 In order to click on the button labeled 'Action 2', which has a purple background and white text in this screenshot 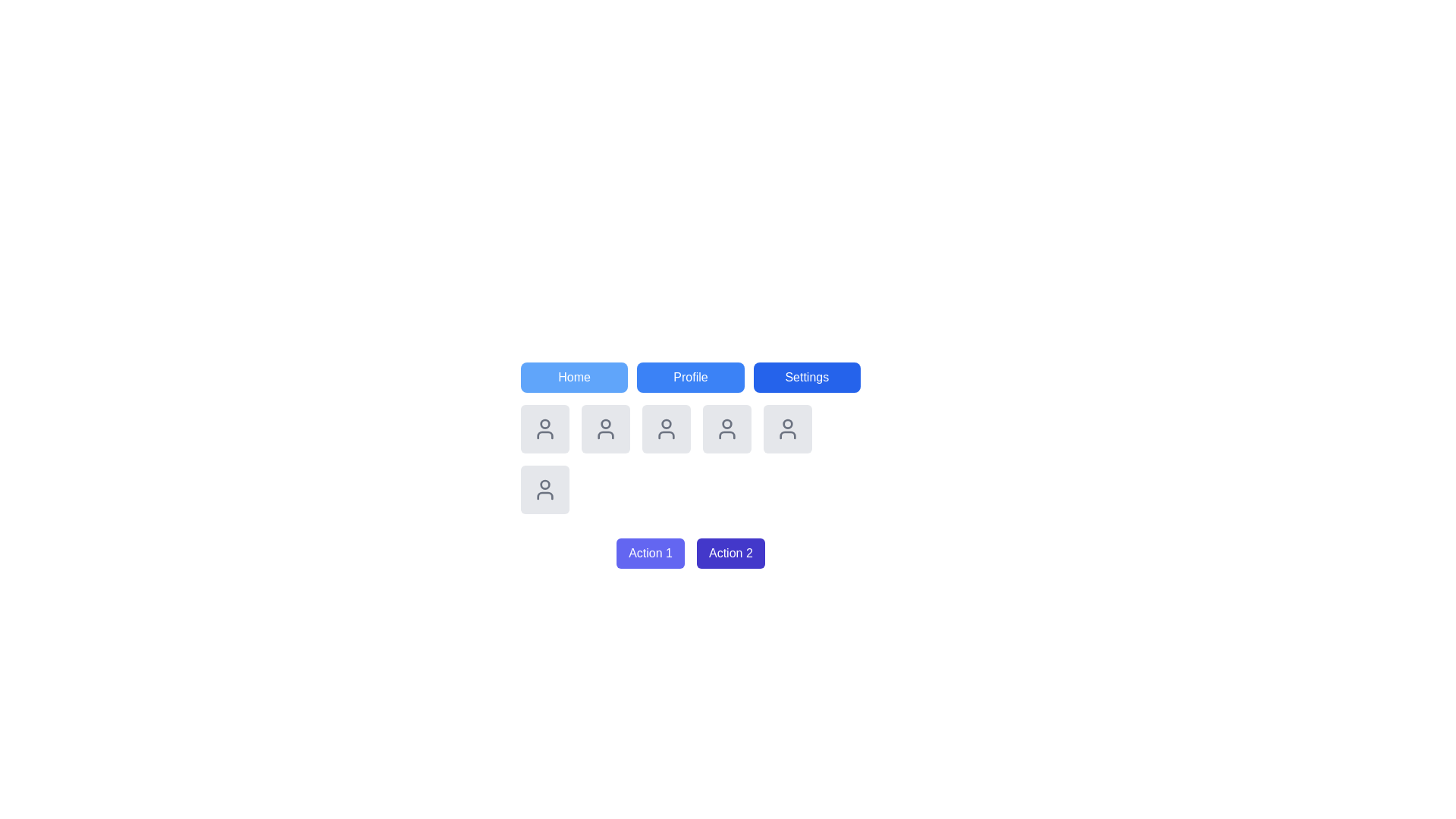, I will do `click(730, 553)`.